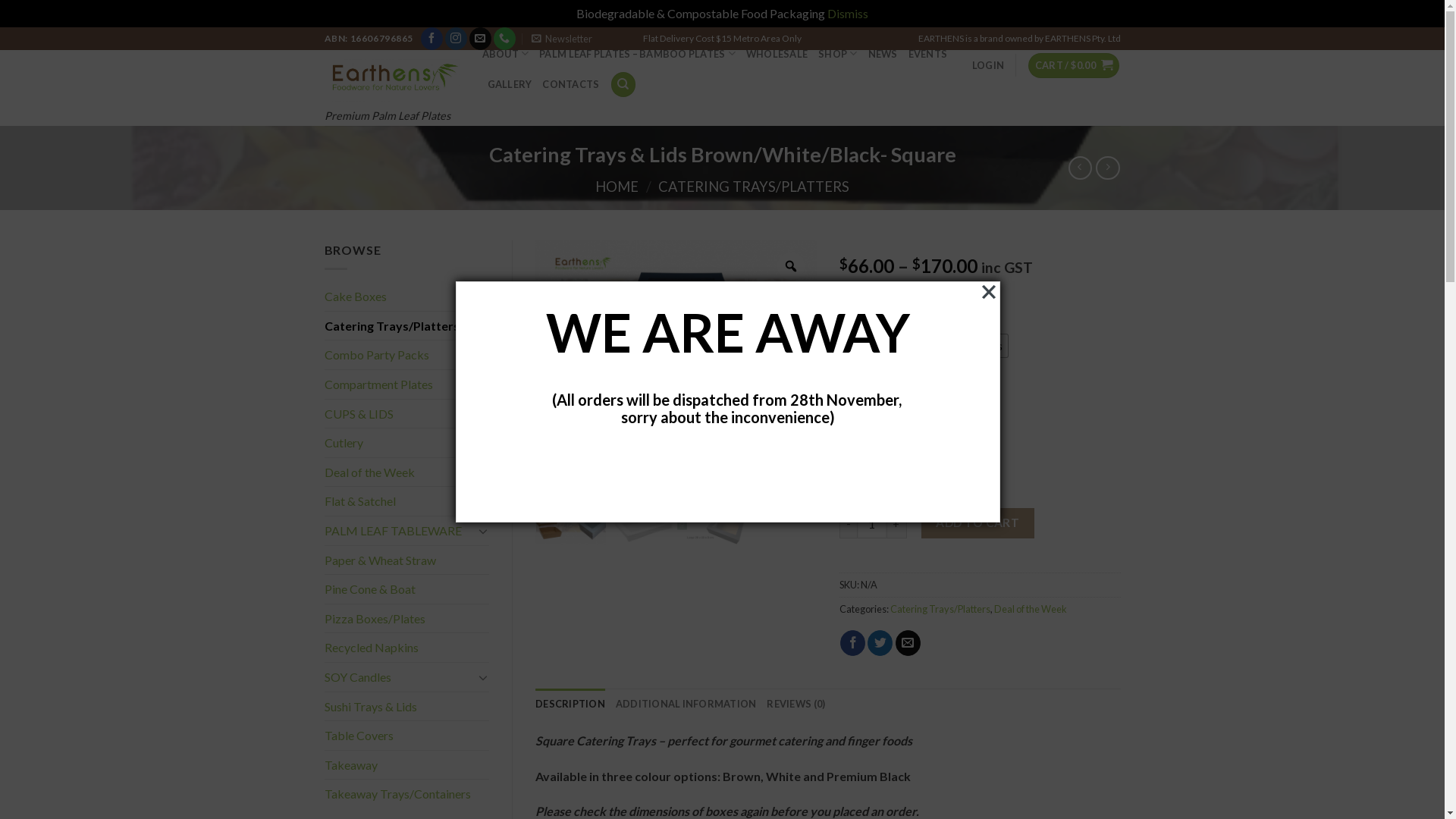 The height and width of the screenshot is (819, 1456). I want to click on 'HOME', so click(617, 186).